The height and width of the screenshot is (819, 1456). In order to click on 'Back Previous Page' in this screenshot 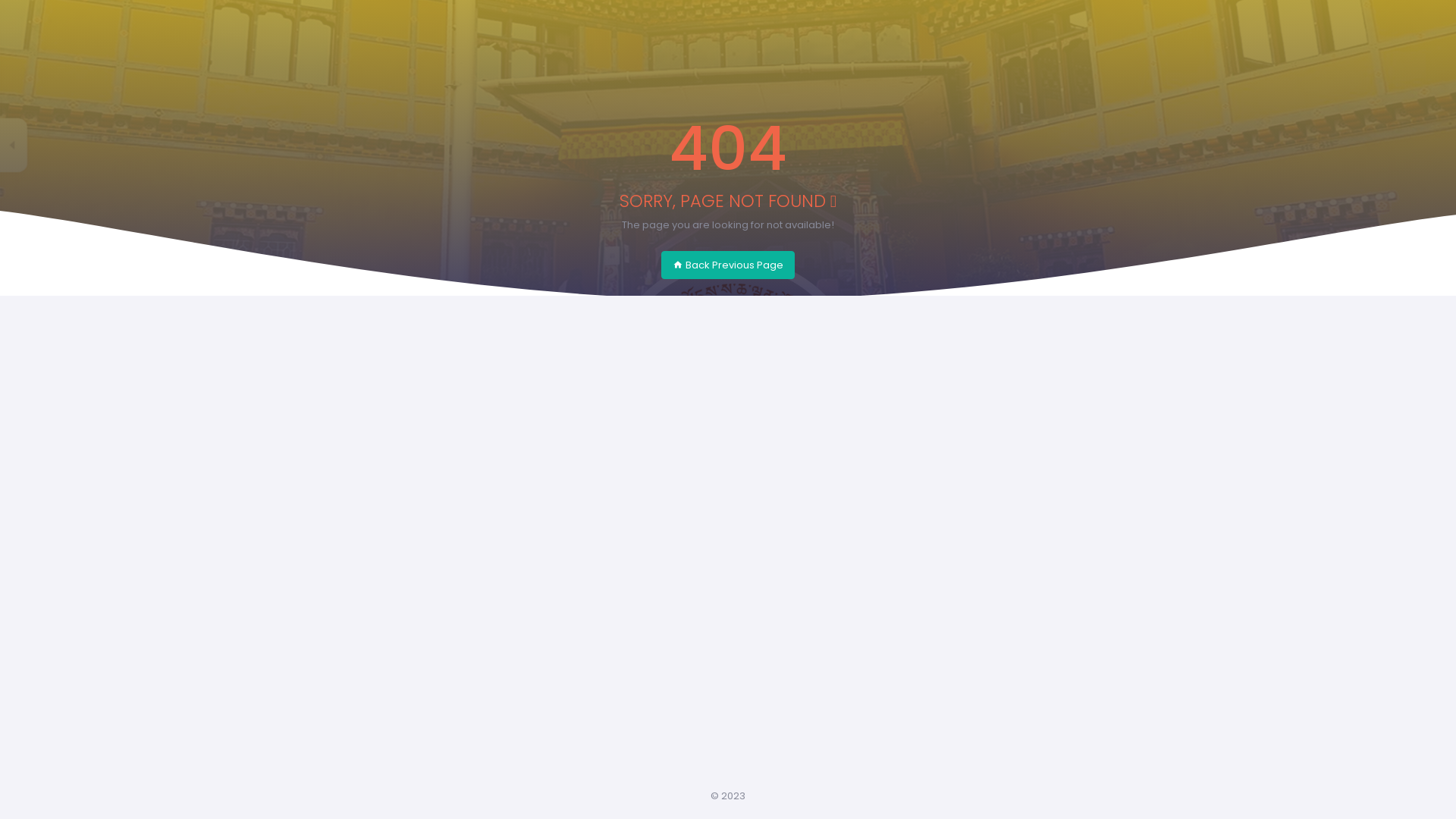, I will do `click(728, 265)`.